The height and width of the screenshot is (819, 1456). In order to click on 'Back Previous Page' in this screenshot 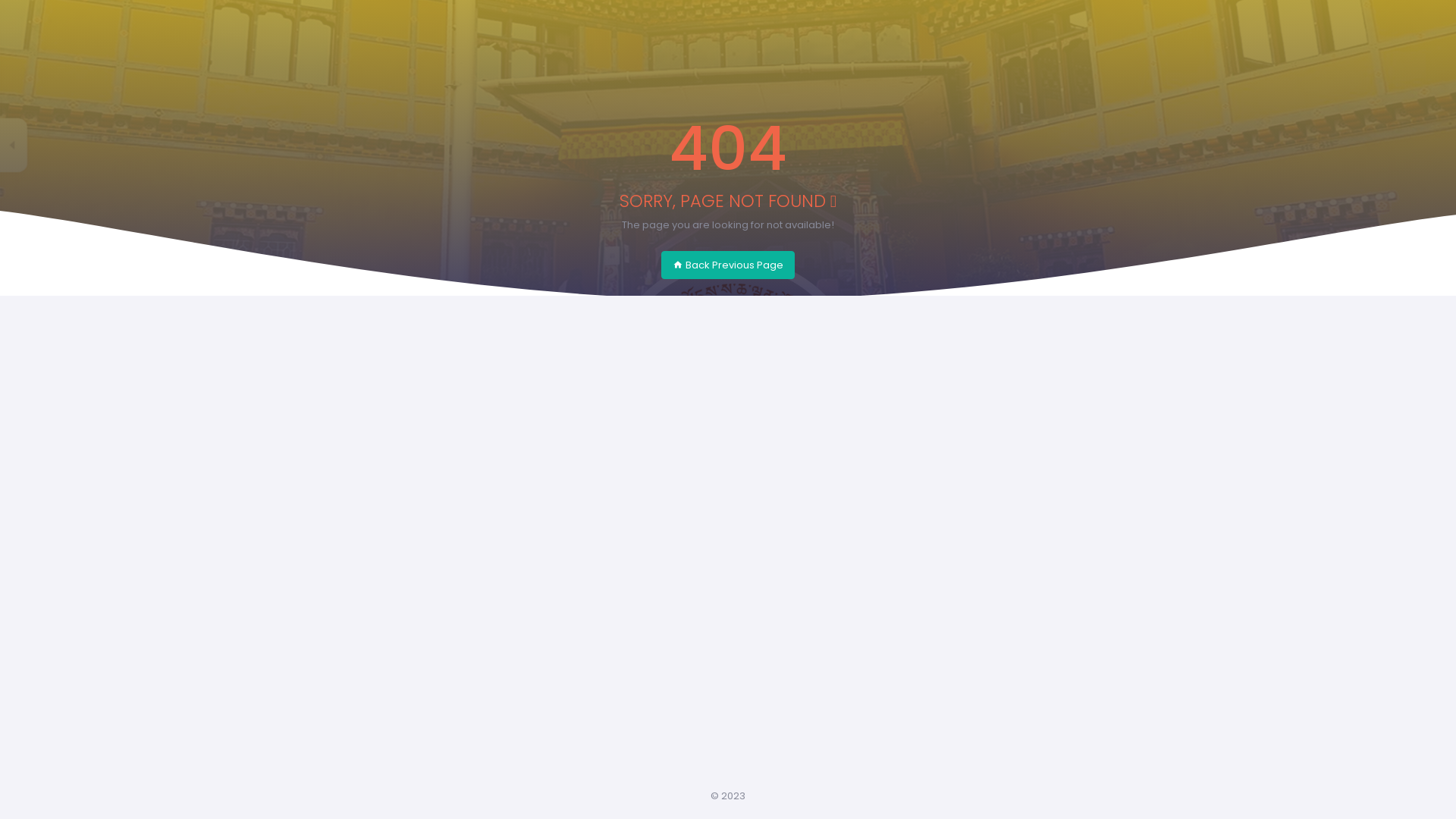, I will do `click(728, 265)`.